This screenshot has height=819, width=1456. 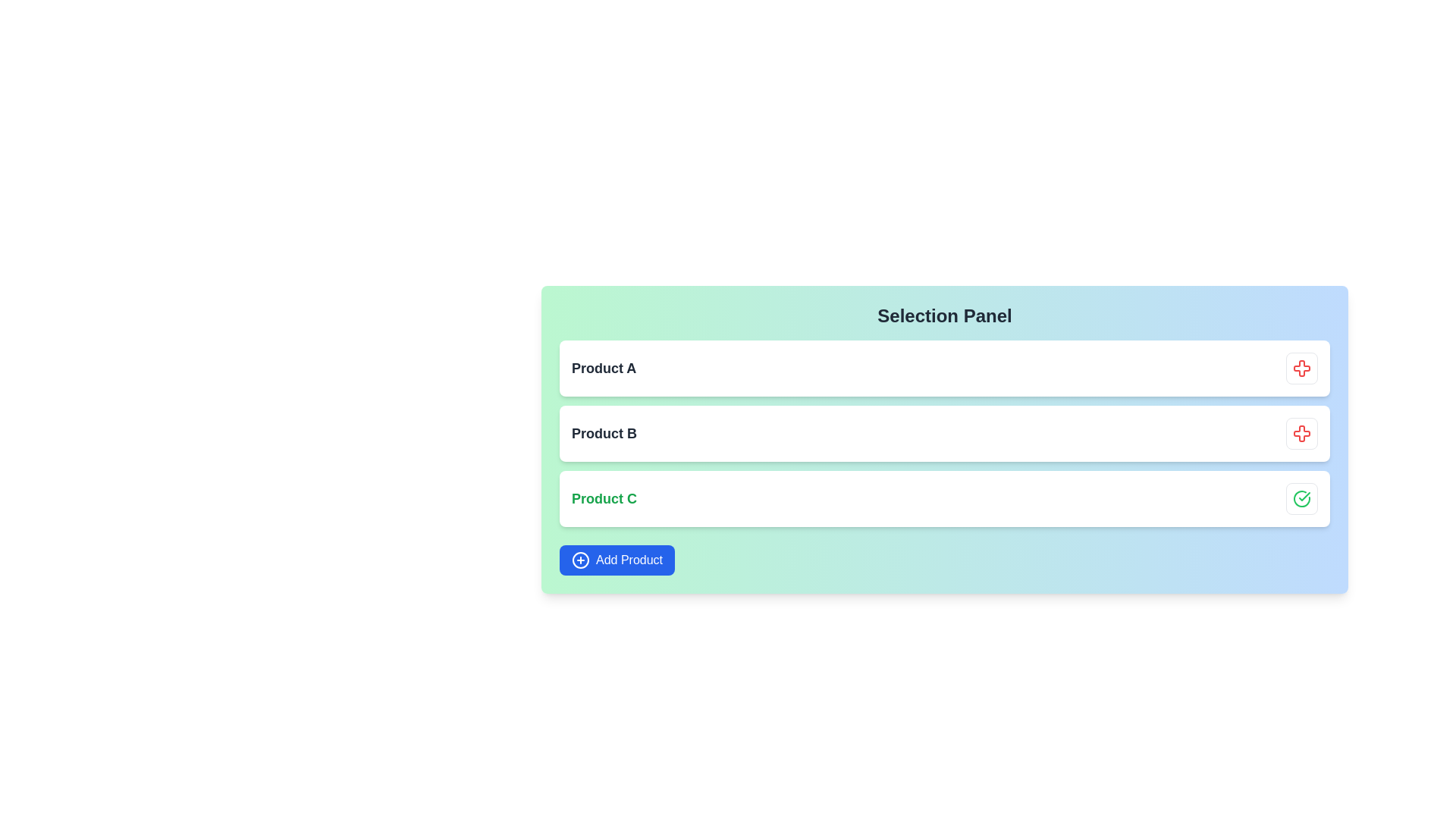 I want to click on the green circular icon with a check mark, positioned to the right of the 'Product C' label, so click(x=1301, y=499).